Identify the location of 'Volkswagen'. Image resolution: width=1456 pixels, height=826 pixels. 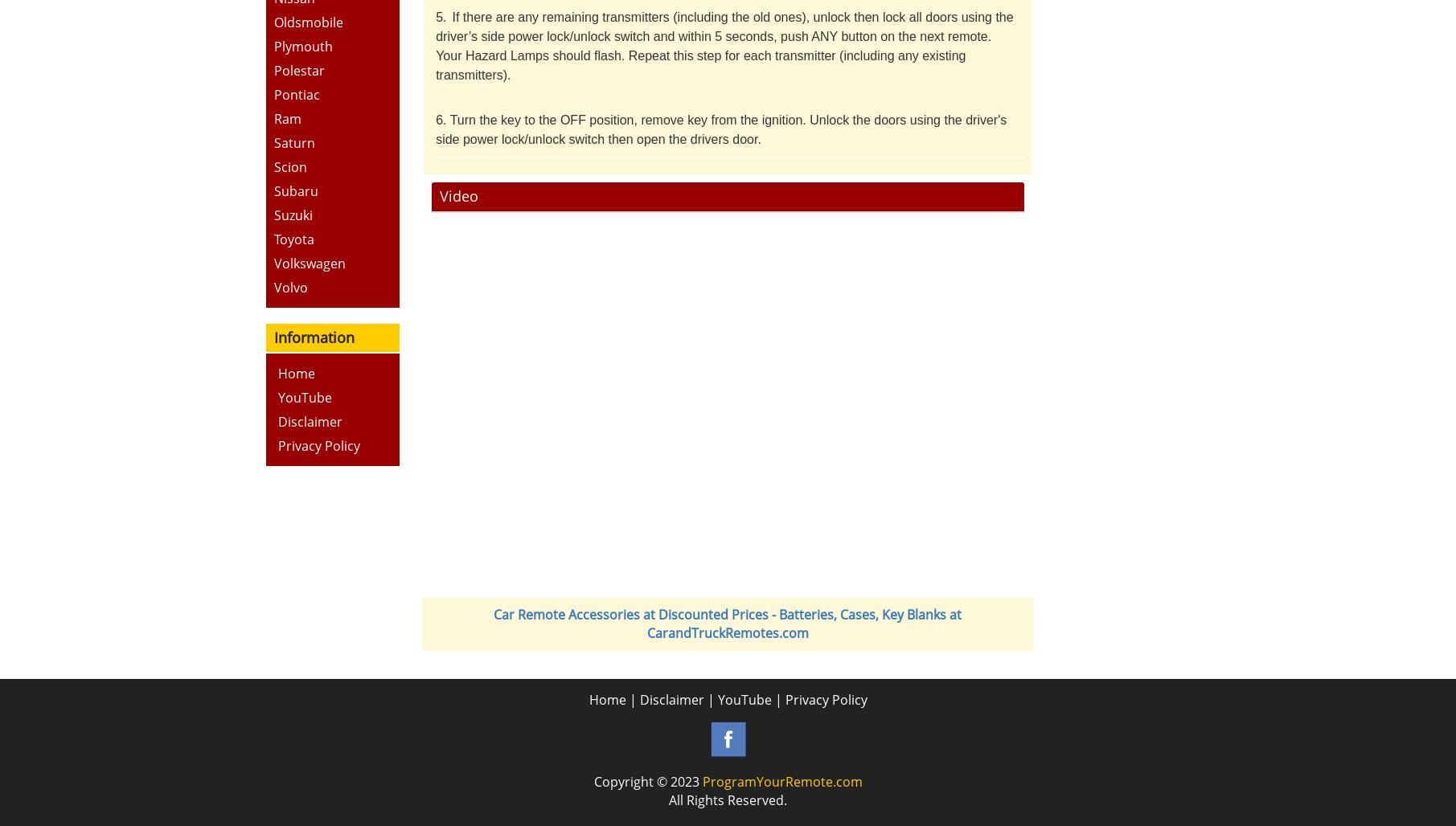
(272, 262).